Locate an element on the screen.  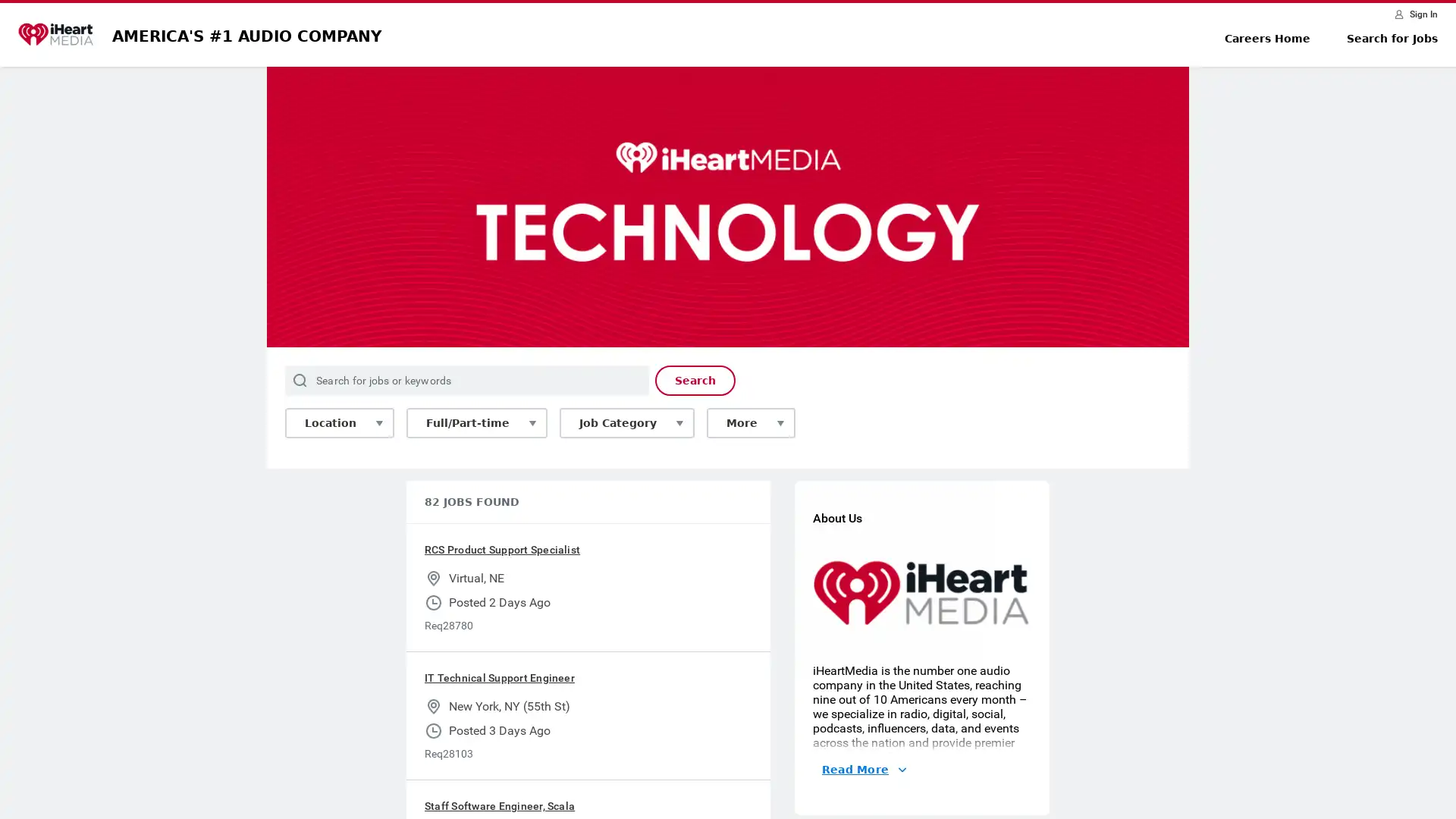
Careers Home is located at coordinates (1290, 38).